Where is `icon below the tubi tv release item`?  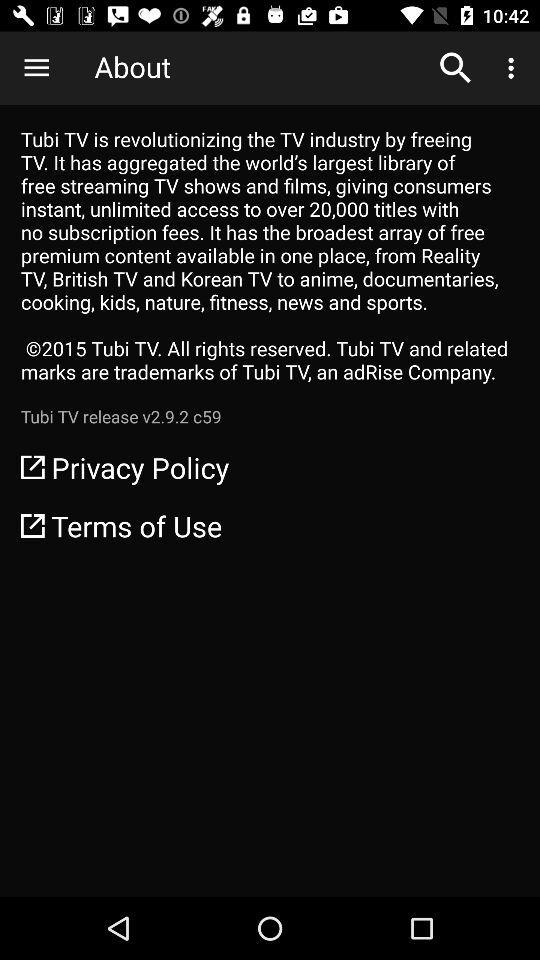
icon below the tubi tv release item is located at coordinates (270, 467).